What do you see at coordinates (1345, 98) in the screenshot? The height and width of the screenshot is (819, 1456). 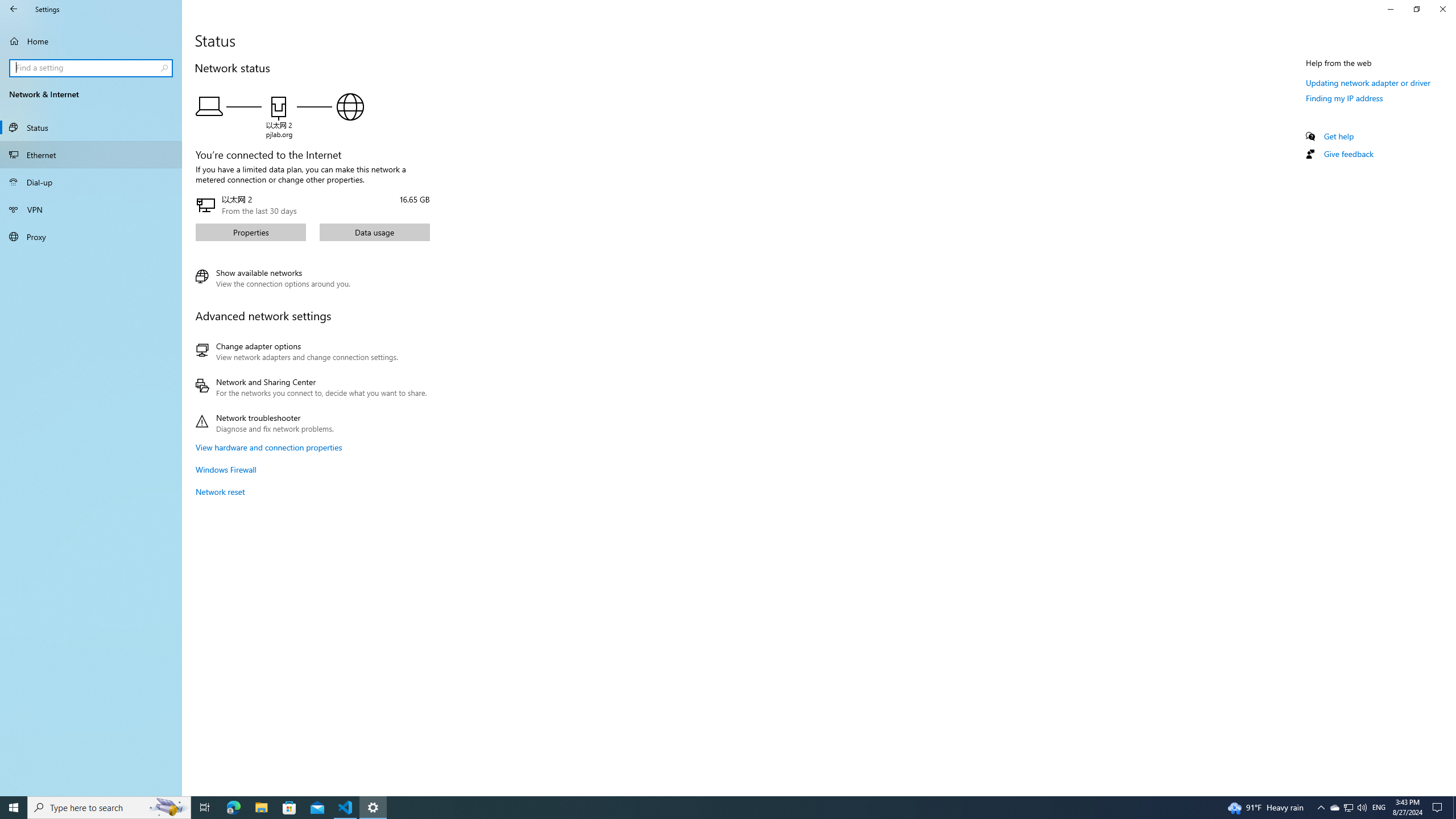 I see `'Finding my IP address'` at bounding box center [1345, 98].